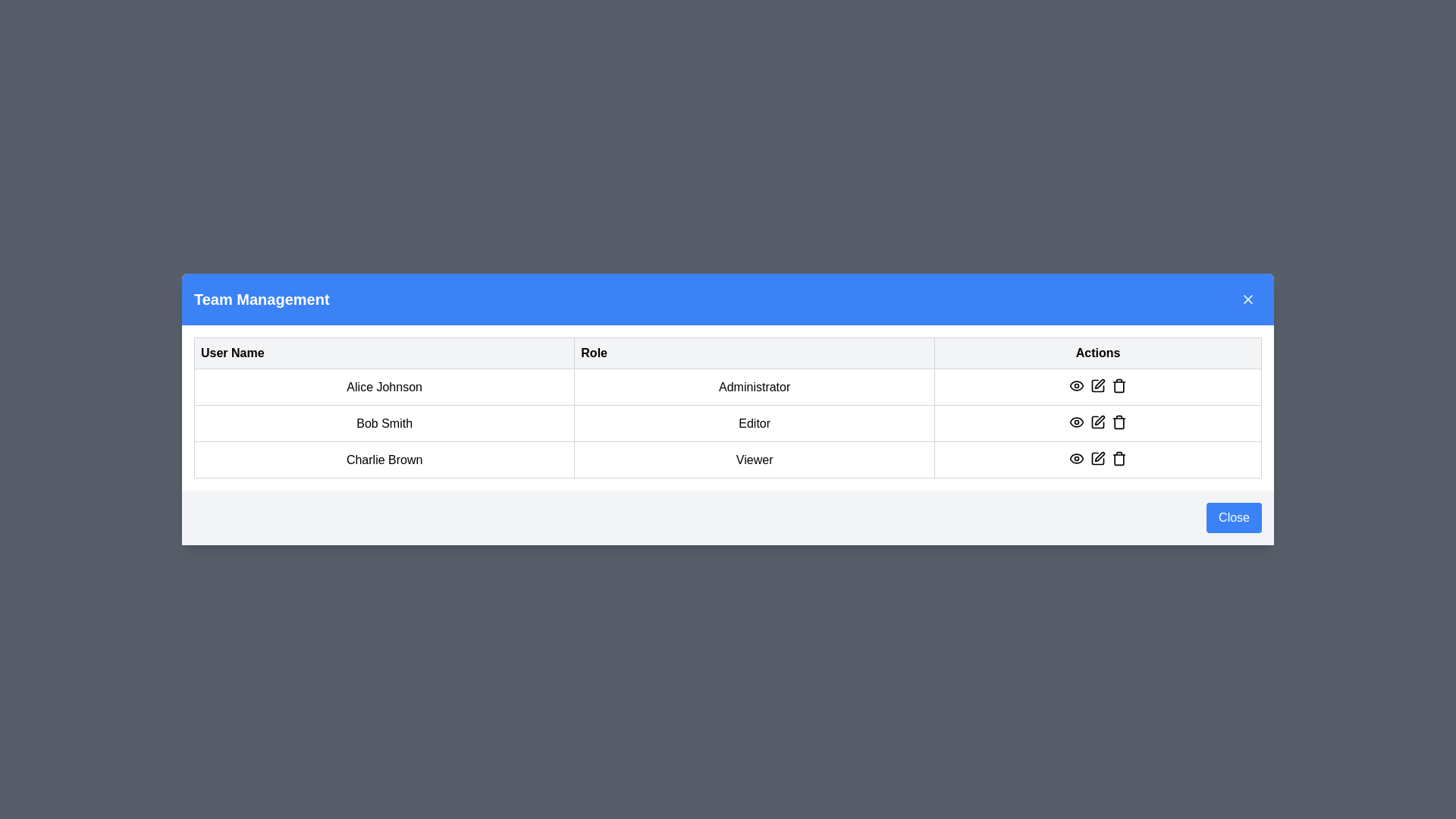 This screenshot has height=819, width=1456. Describe the element at coordinates (384, 459) in the screenshot. I see `the static text label displaying 'Charlie Brown' located in the third row, first column of the table under the 'User Name' heading` at that location.